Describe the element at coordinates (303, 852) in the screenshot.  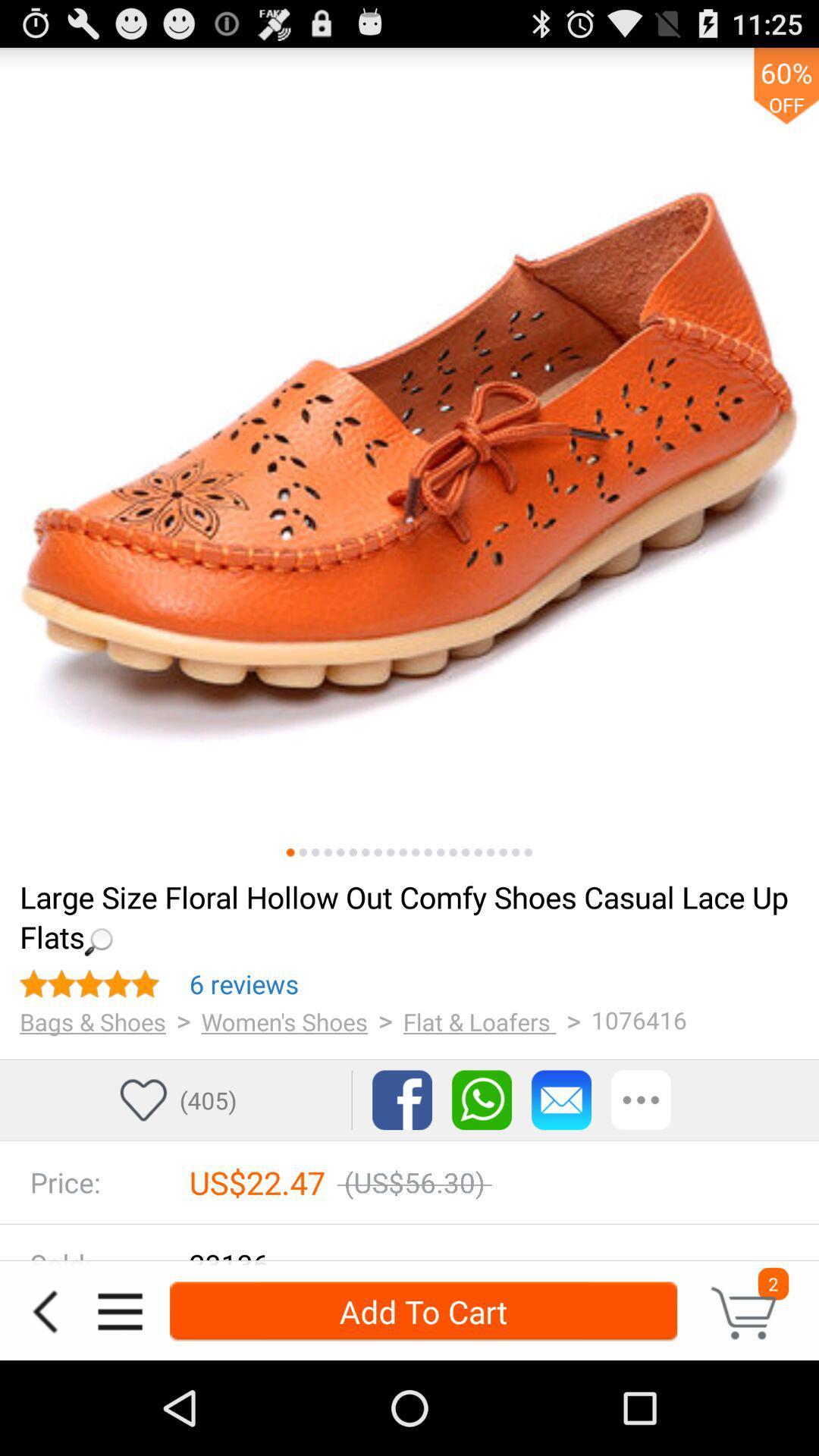
I see `second sample image` at that location.